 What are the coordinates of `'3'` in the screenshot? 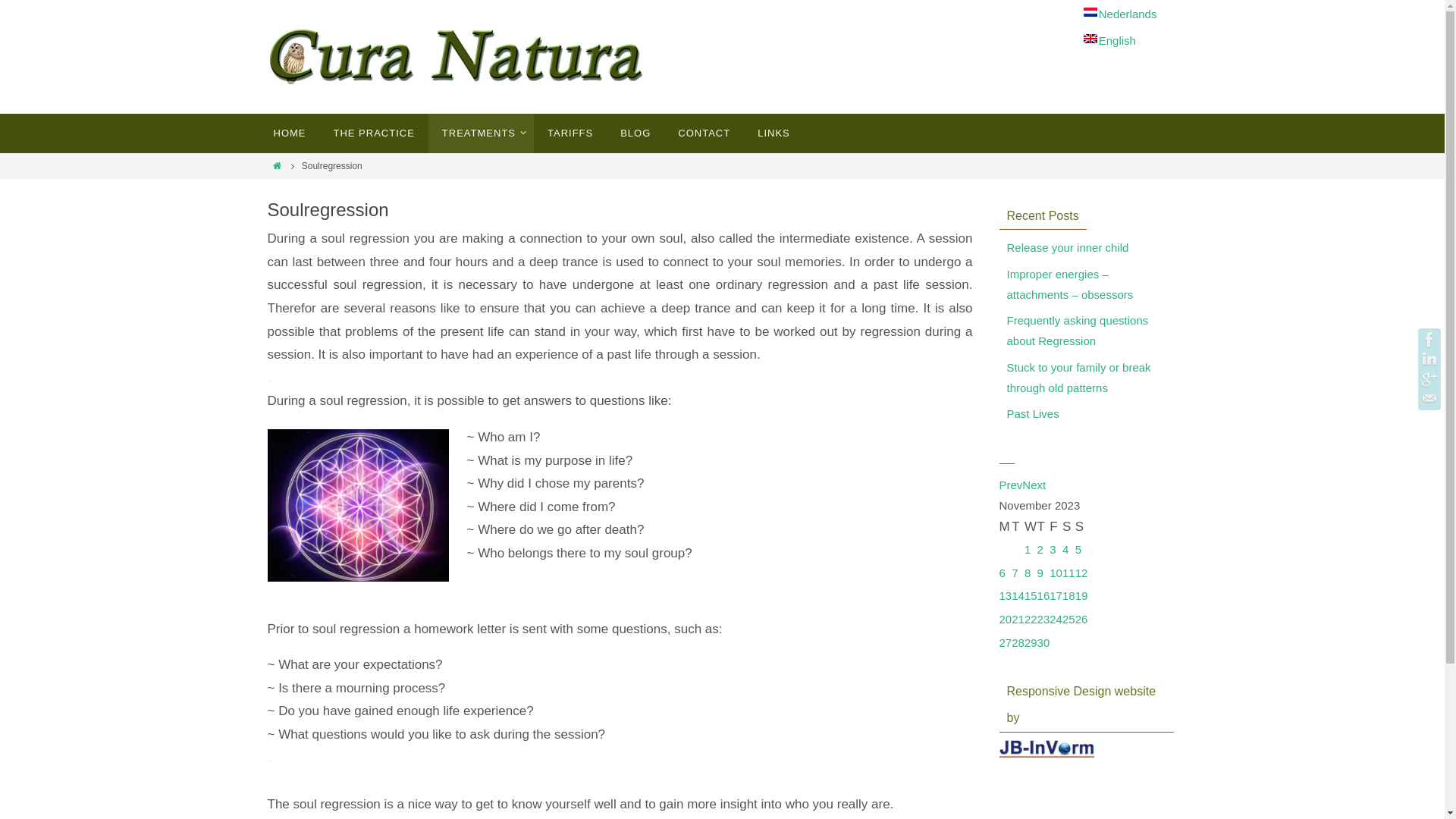 It's located at (1051, 550).